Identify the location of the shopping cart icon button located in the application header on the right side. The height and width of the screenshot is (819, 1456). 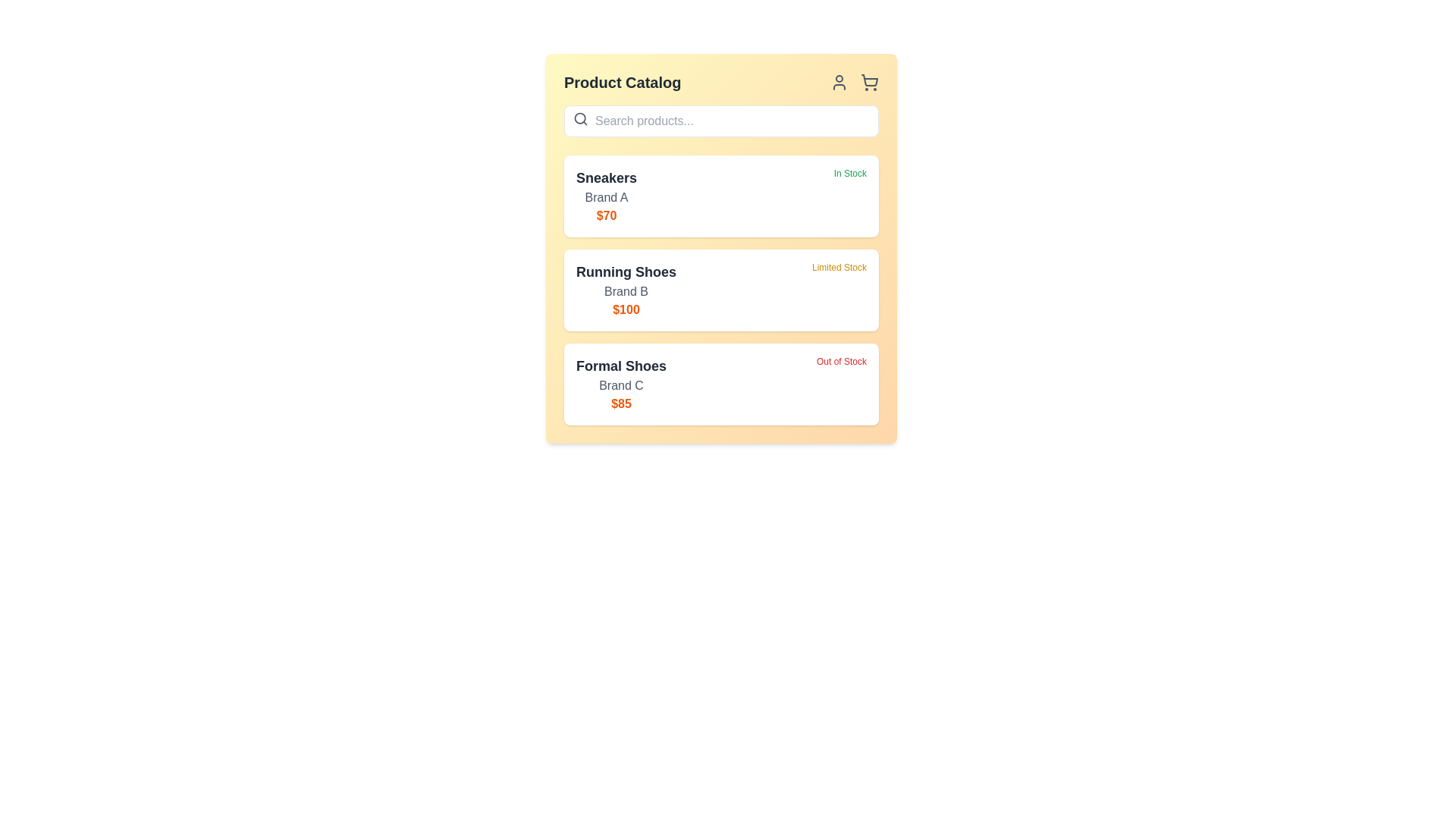
(870, 82).